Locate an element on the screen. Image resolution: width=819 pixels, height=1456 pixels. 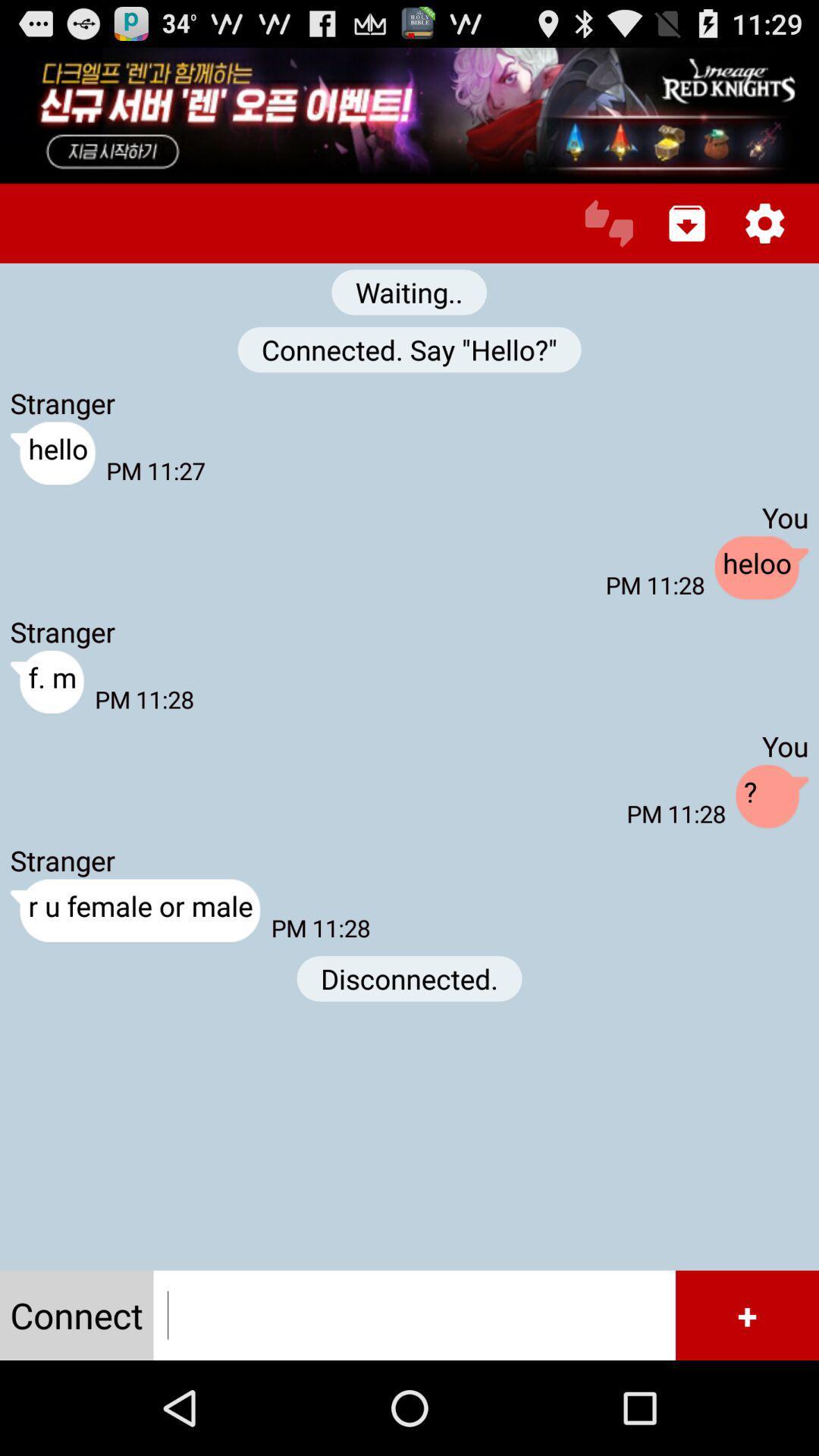
heloo icon is located at coordinates (761, 567).